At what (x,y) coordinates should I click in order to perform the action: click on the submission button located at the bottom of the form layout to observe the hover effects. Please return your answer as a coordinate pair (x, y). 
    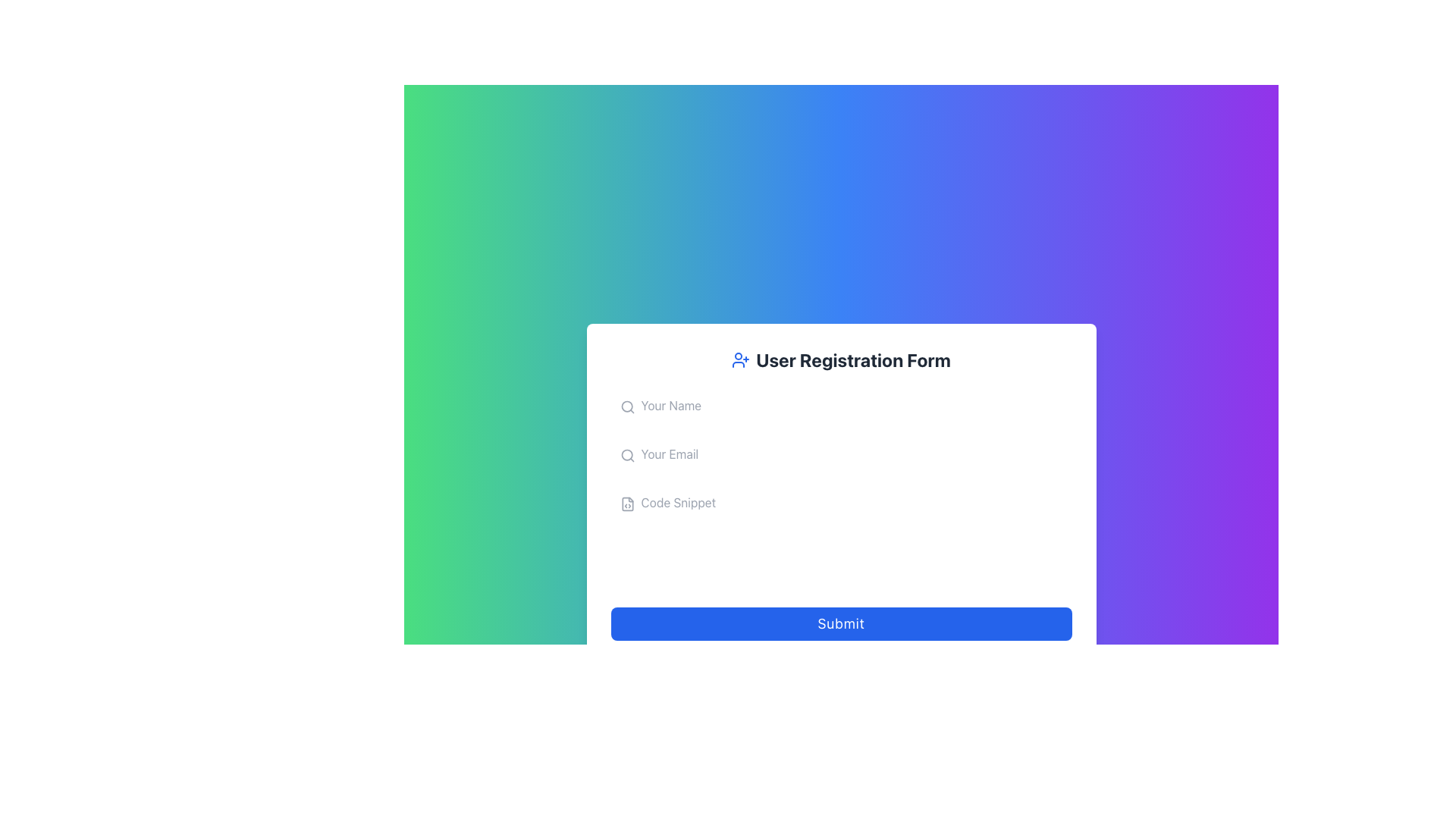
    Looking at the image, I should click on (840, 623).